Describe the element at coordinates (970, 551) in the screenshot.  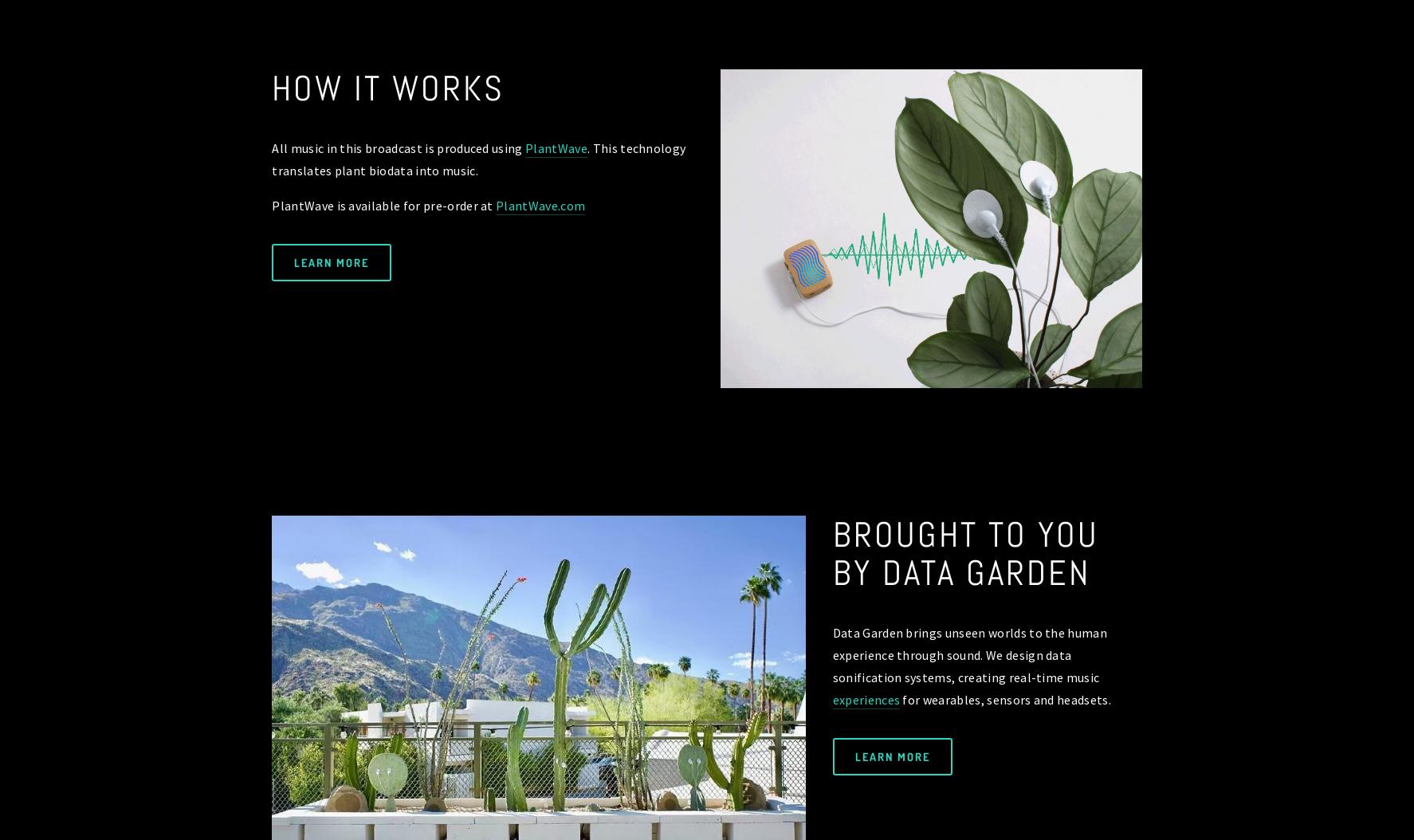
I see `'BROUGHT TO YOU BY DATA GARDEN'` at that location.